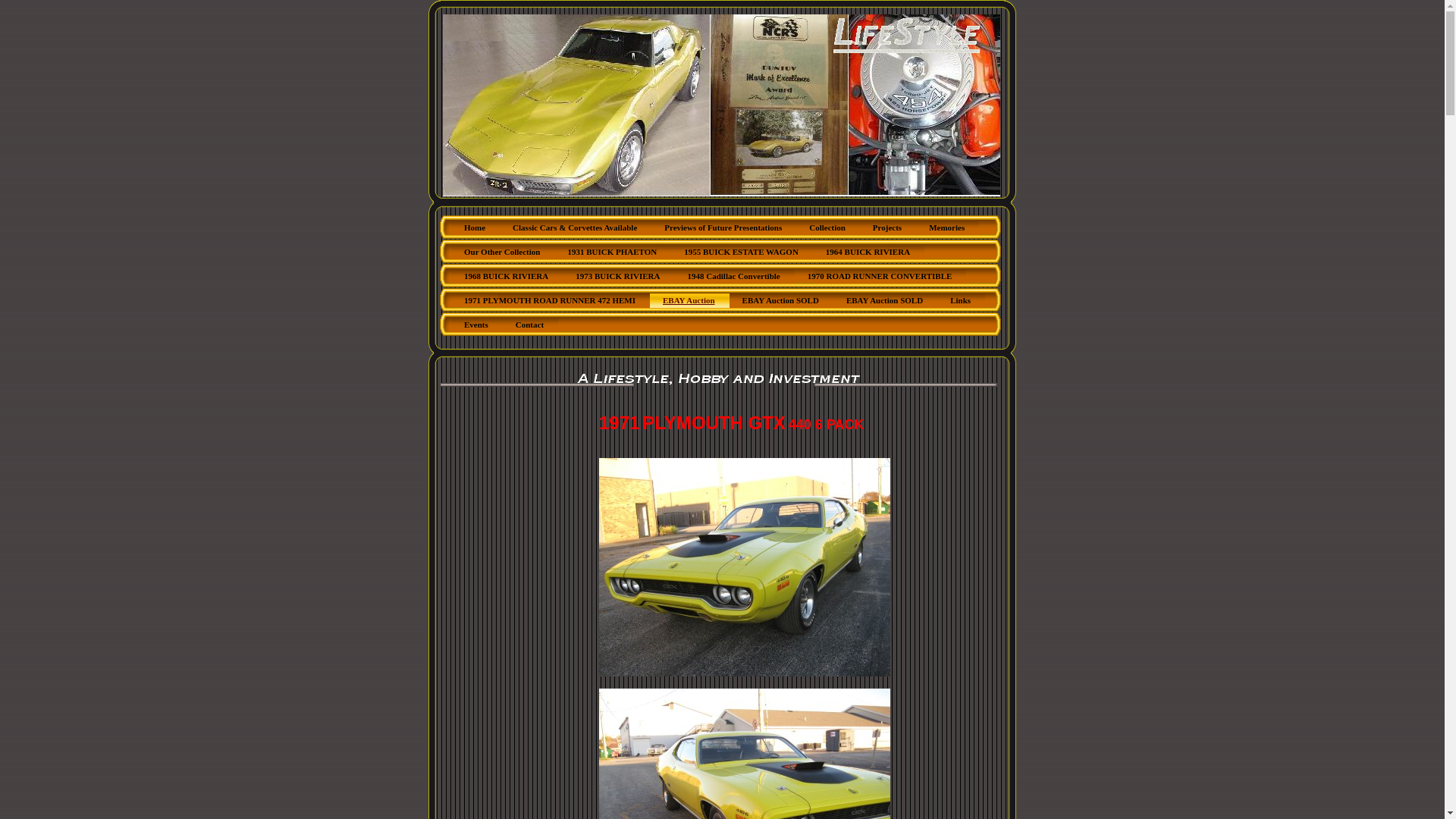  Describe the element at coordinates (530, 325) in the screenshot. I see `'Contact'` at that location.